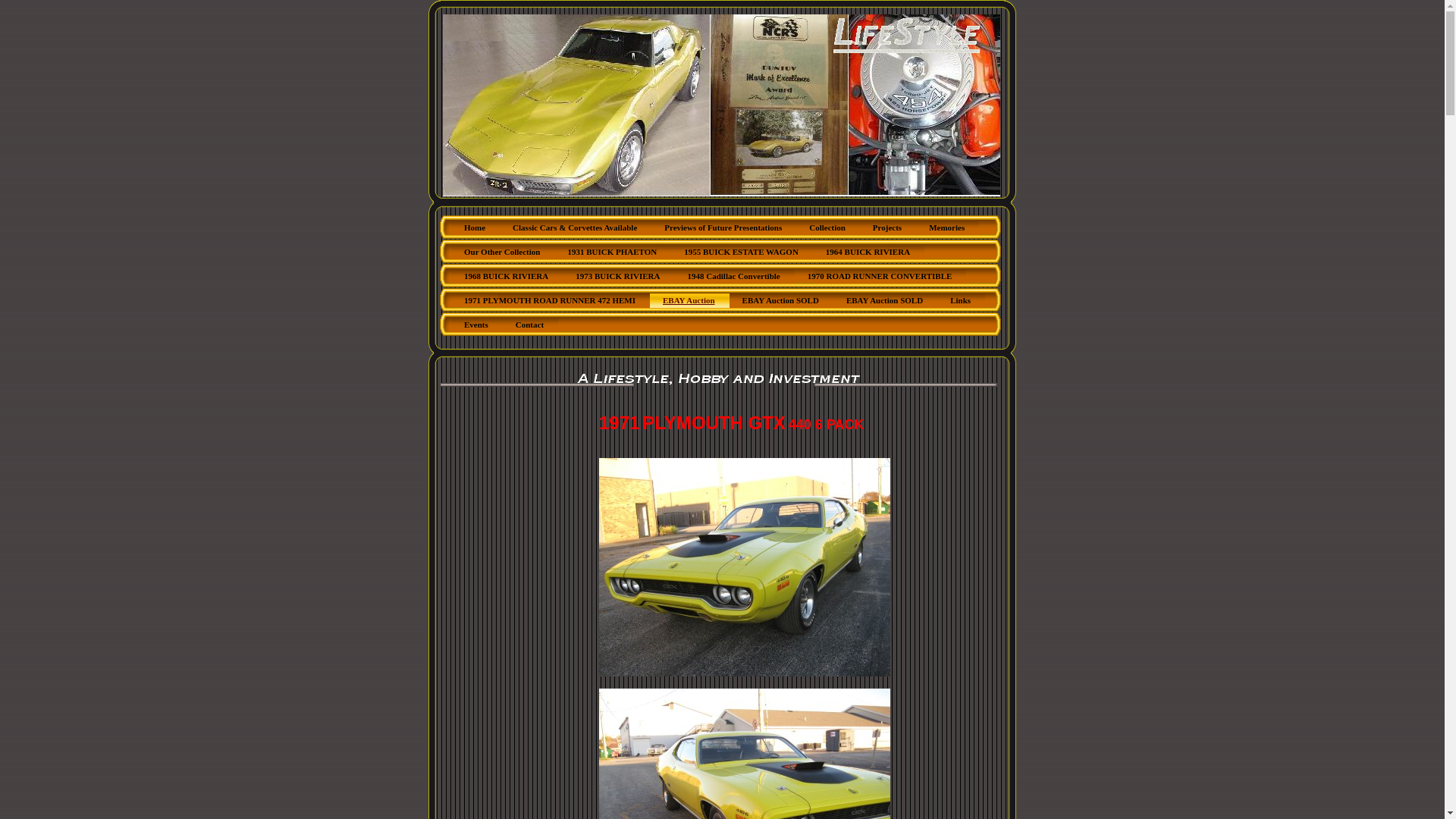  Describe the element at coordinates (530, 325) in the screenshot. I see `'Contact'` at that location.